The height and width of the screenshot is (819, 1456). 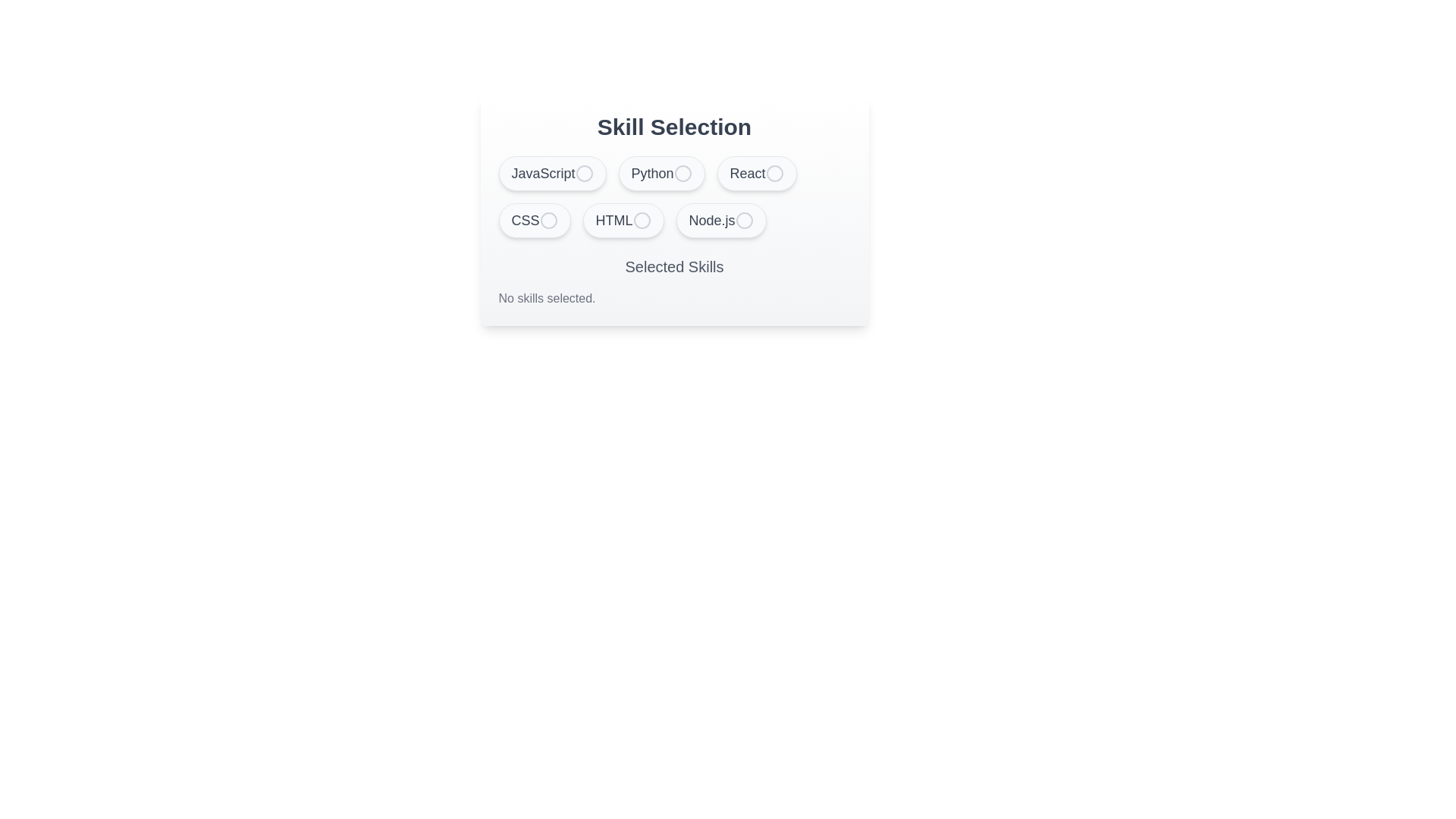 What do you see at coordinates (642, 220) in the screenshot?
I see `the 'HTML' button, which contains a circular shape with a thin border and appears slightly grayed, located in the second row of skill options` at bounding box center [642, 220].